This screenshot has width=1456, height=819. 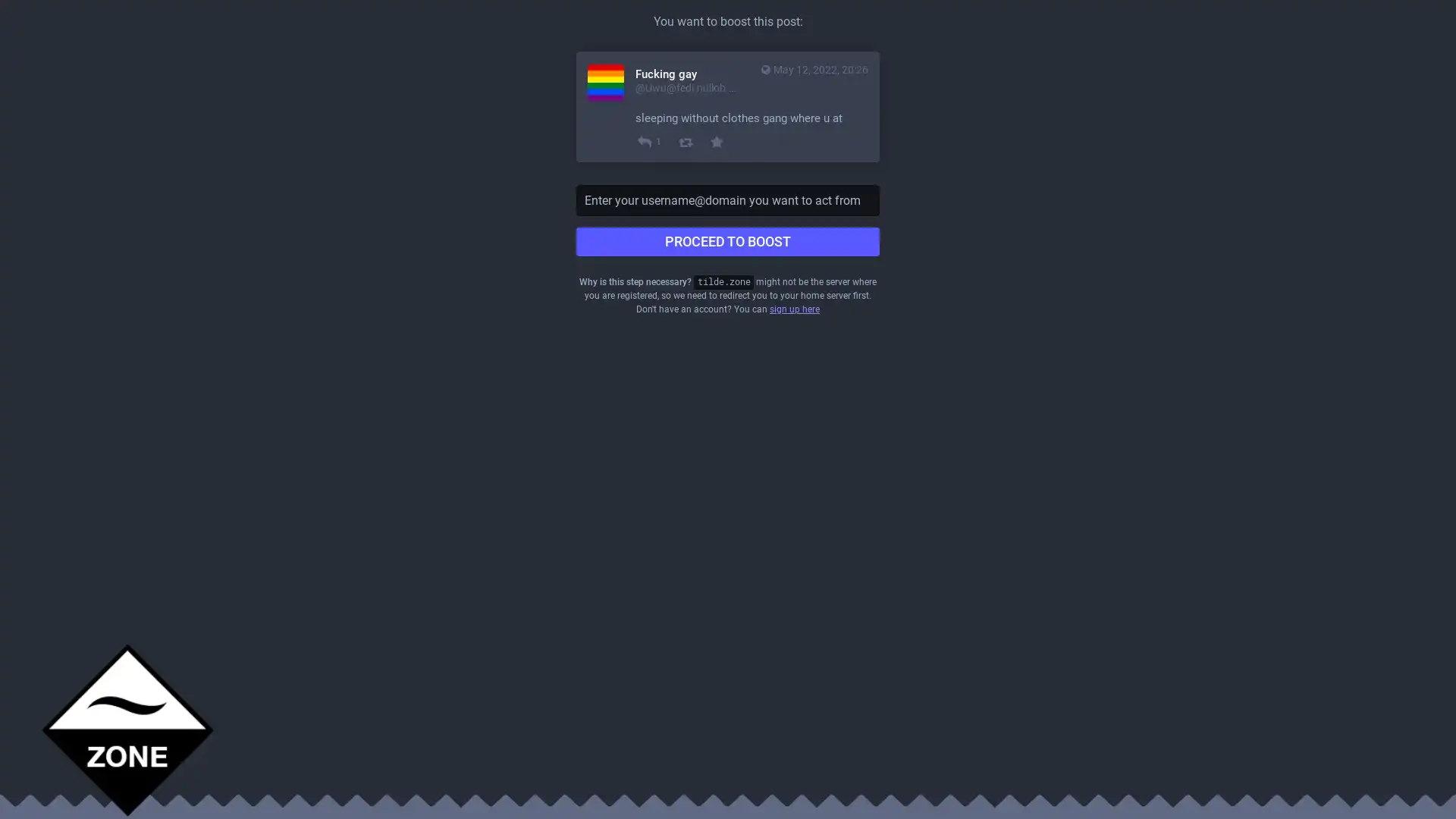 I want to click on PROCEED TO BOOST, so click(x=728, y=241).